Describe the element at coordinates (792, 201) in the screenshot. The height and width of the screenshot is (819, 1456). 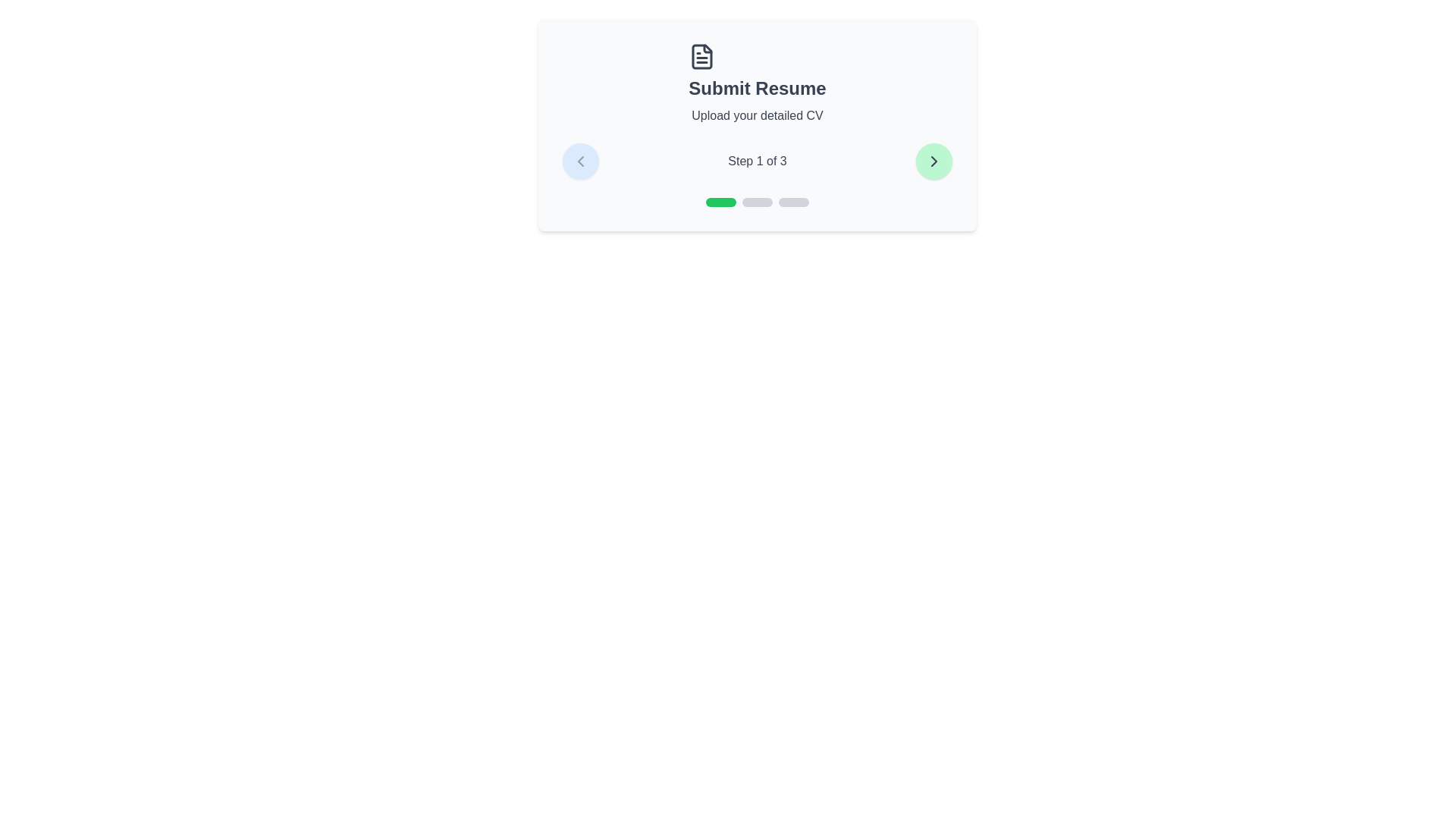
I see `the step progress indicator to navigate to step 3` at that location.